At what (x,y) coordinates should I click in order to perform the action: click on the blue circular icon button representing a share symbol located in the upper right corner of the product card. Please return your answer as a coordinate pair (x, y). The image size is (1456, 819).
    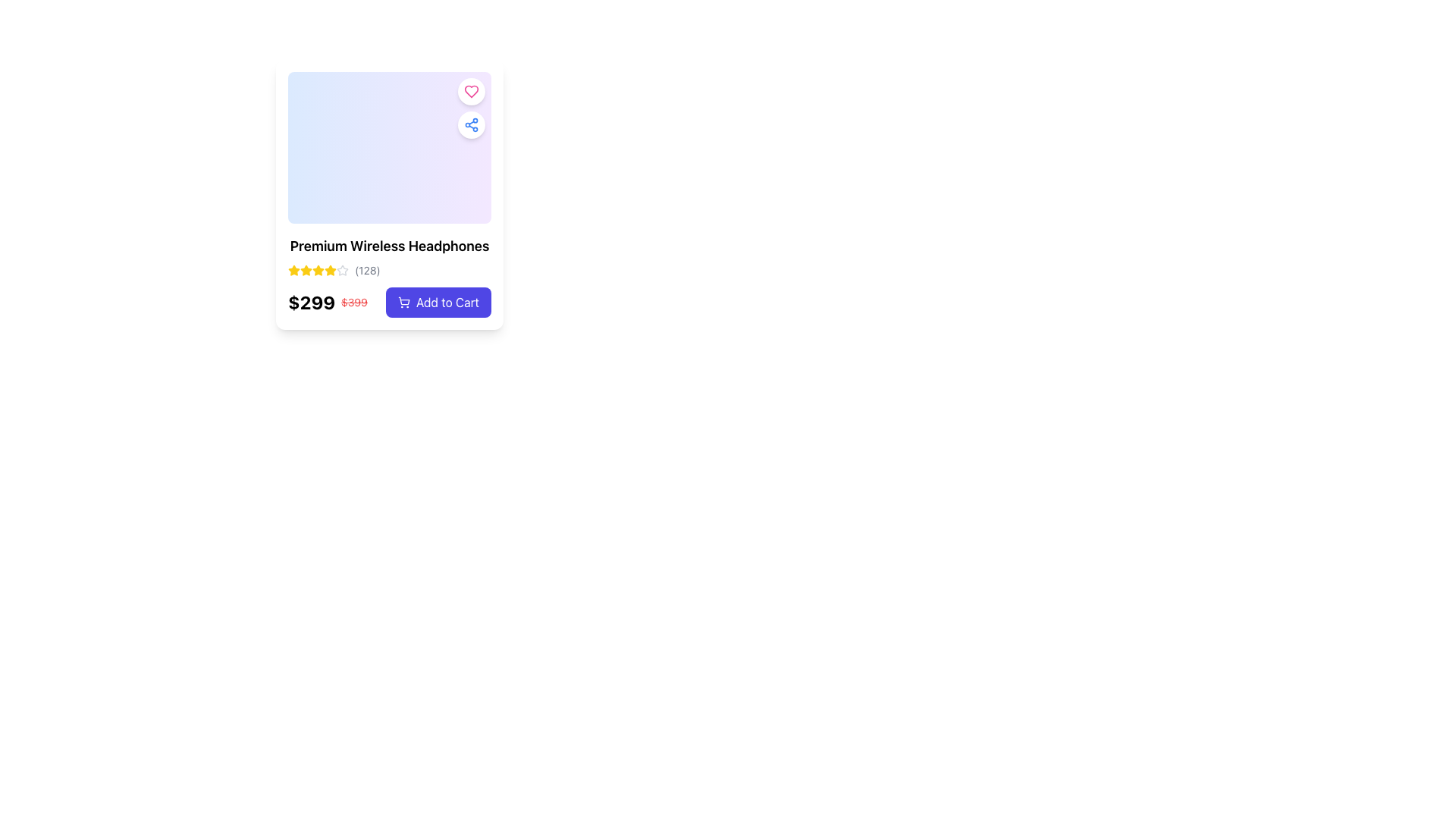
    Looking at the image, I should click on (471, 124).